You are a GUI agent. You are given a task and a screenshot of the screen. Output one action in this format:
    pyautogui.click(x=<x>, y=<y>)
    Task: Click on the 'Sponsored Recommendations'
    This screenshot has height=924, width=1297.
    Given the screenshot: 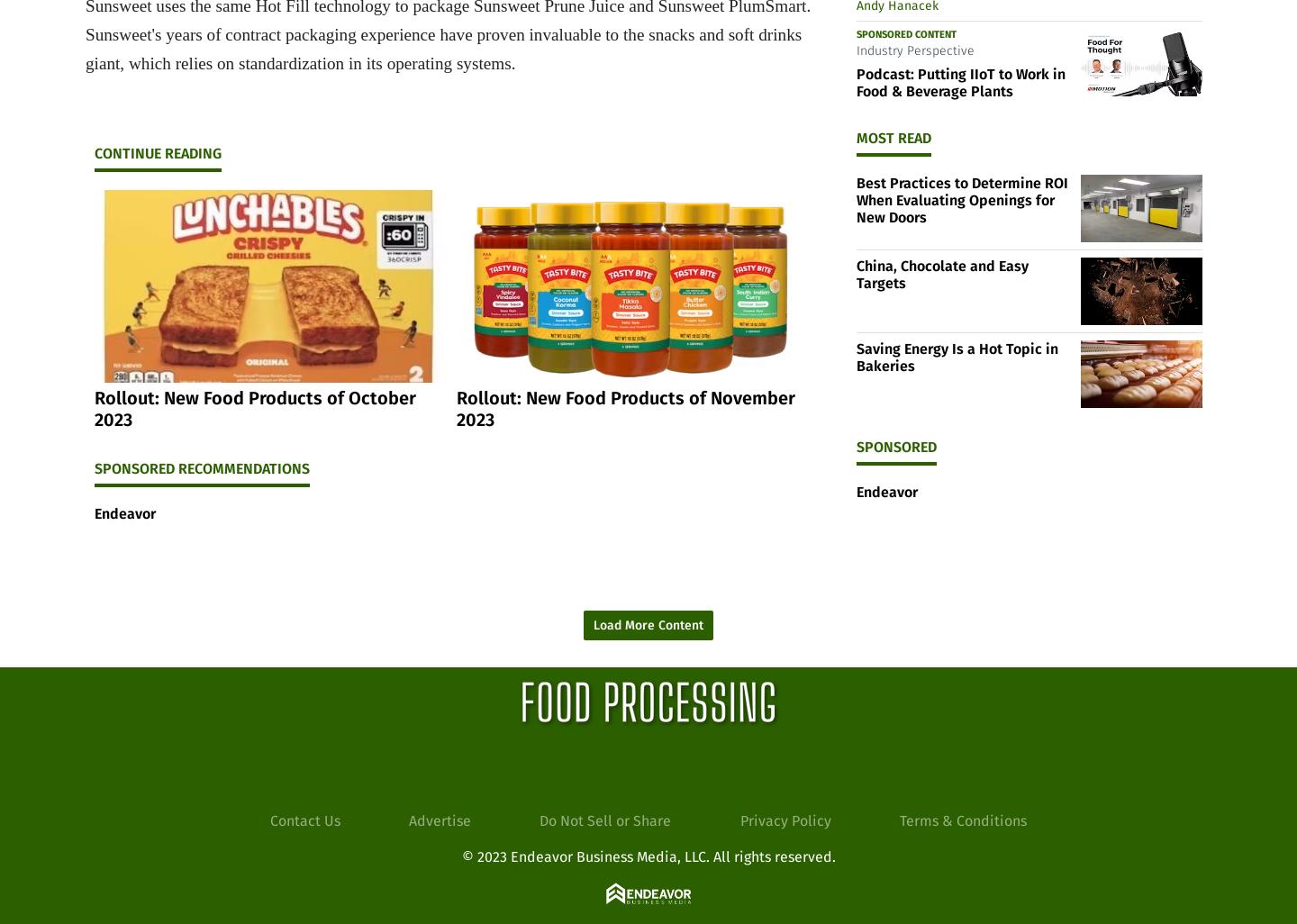 What is the action you would take?
    pyautogui.click(x=202, y=468)
    